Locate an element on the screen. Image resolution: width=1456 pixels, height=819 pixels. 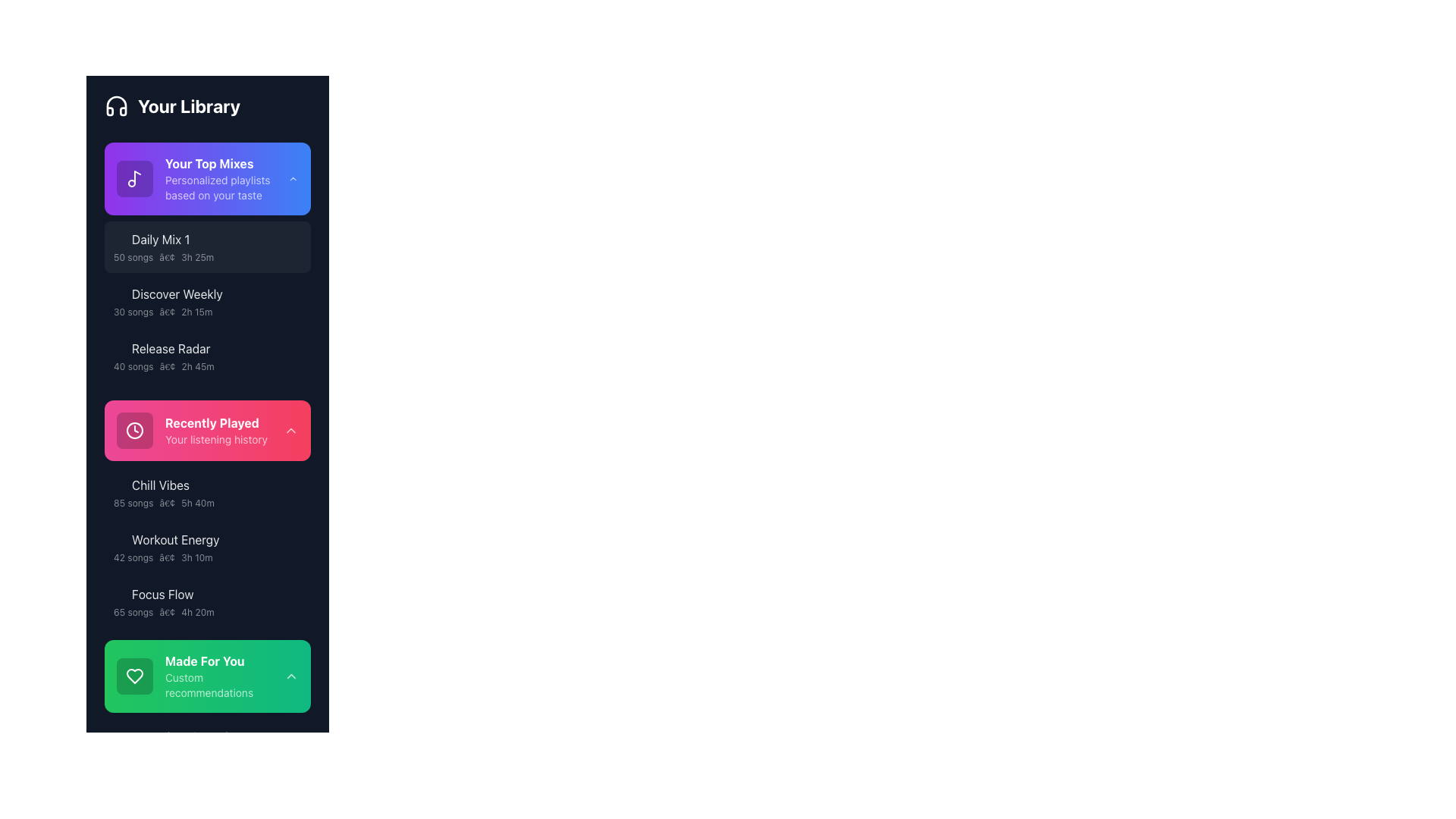
the play button of the Interactive Playlist Item labeled 'Chill Vibes' located in the 'Recently Played' section is located at coordinates (199, 485).